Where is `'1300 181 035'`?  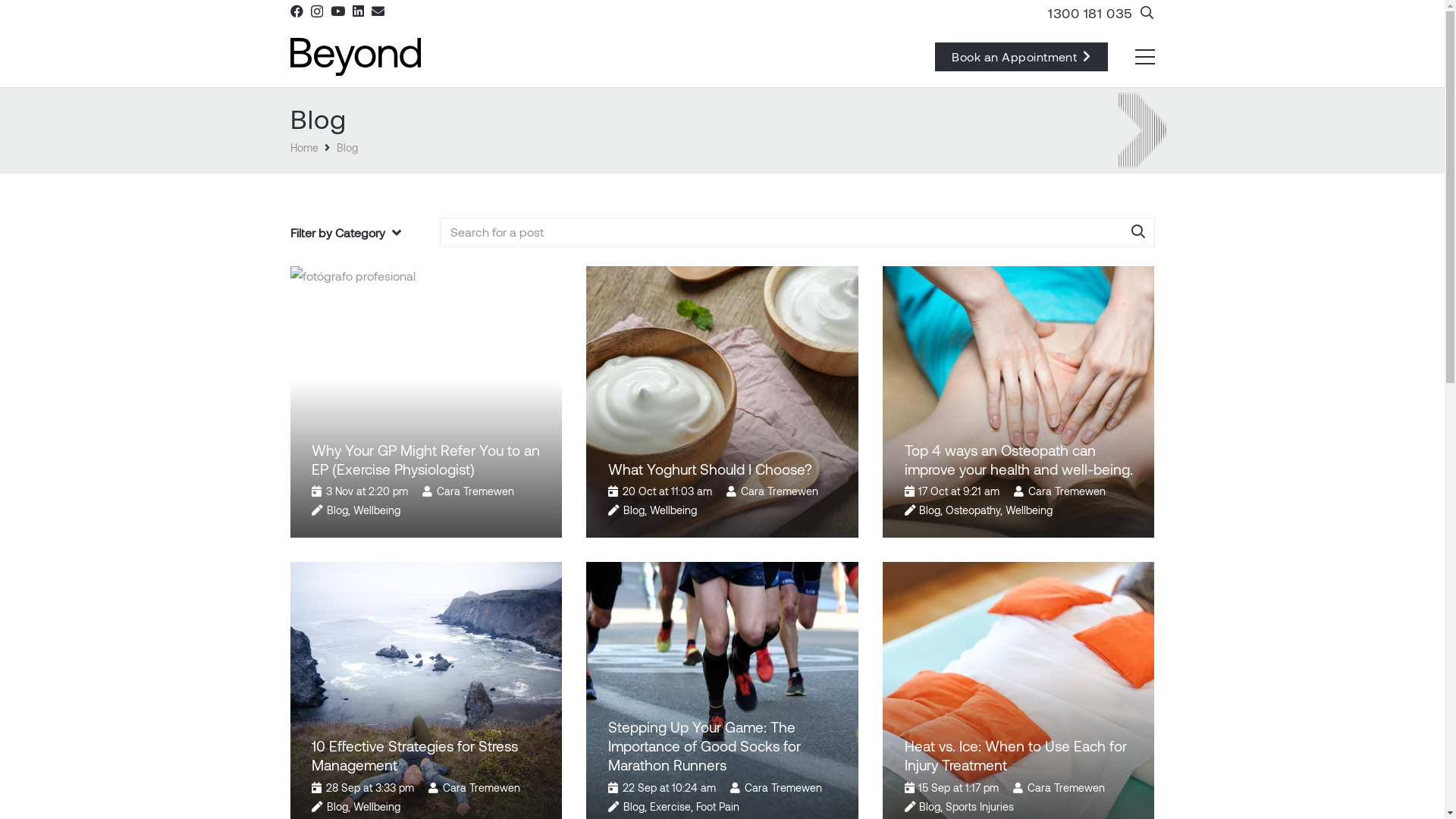 '1300 181 035' is located at coordinates (811, 593).